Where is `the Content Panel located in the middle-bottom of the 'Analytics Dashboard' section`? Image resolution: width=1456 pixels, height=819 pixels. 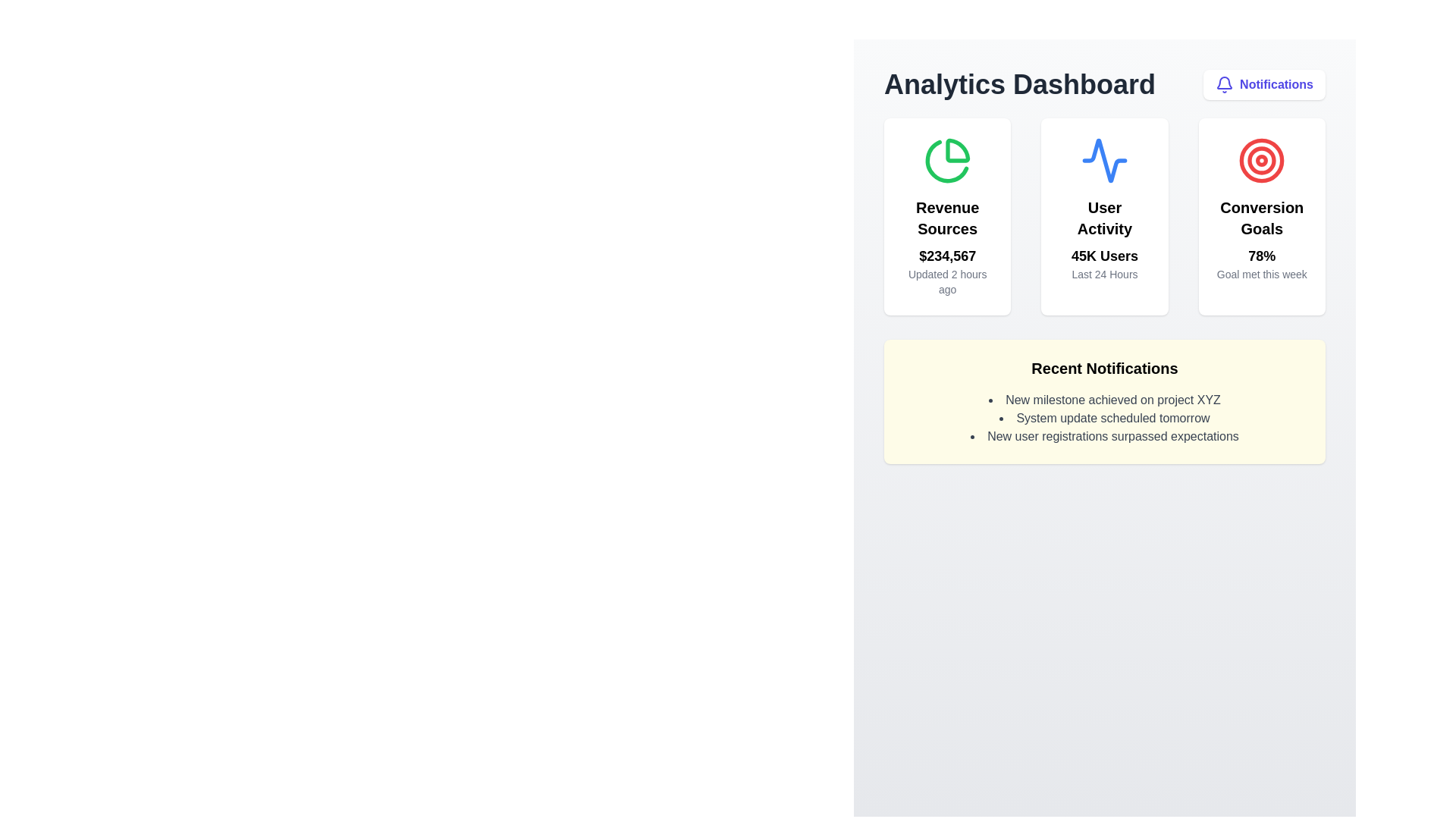 the Content Panel located in the middle-bottom of the 'Analytics Dashboard' section is located at coordinates (1105, 400).